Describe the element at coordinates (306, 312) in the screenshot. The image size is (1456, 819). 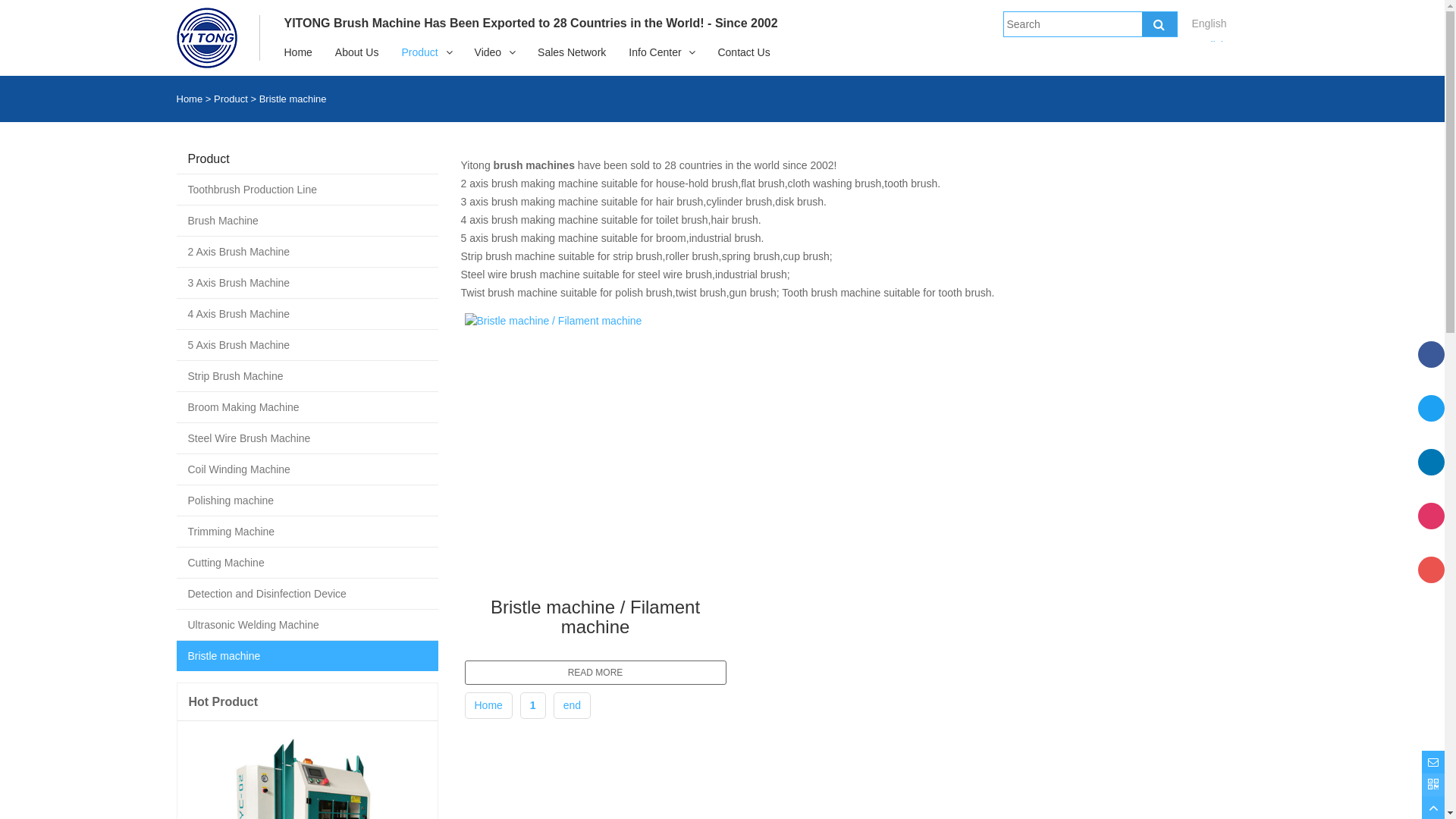
I see `'4 Axis Brush Machine'` at that location.